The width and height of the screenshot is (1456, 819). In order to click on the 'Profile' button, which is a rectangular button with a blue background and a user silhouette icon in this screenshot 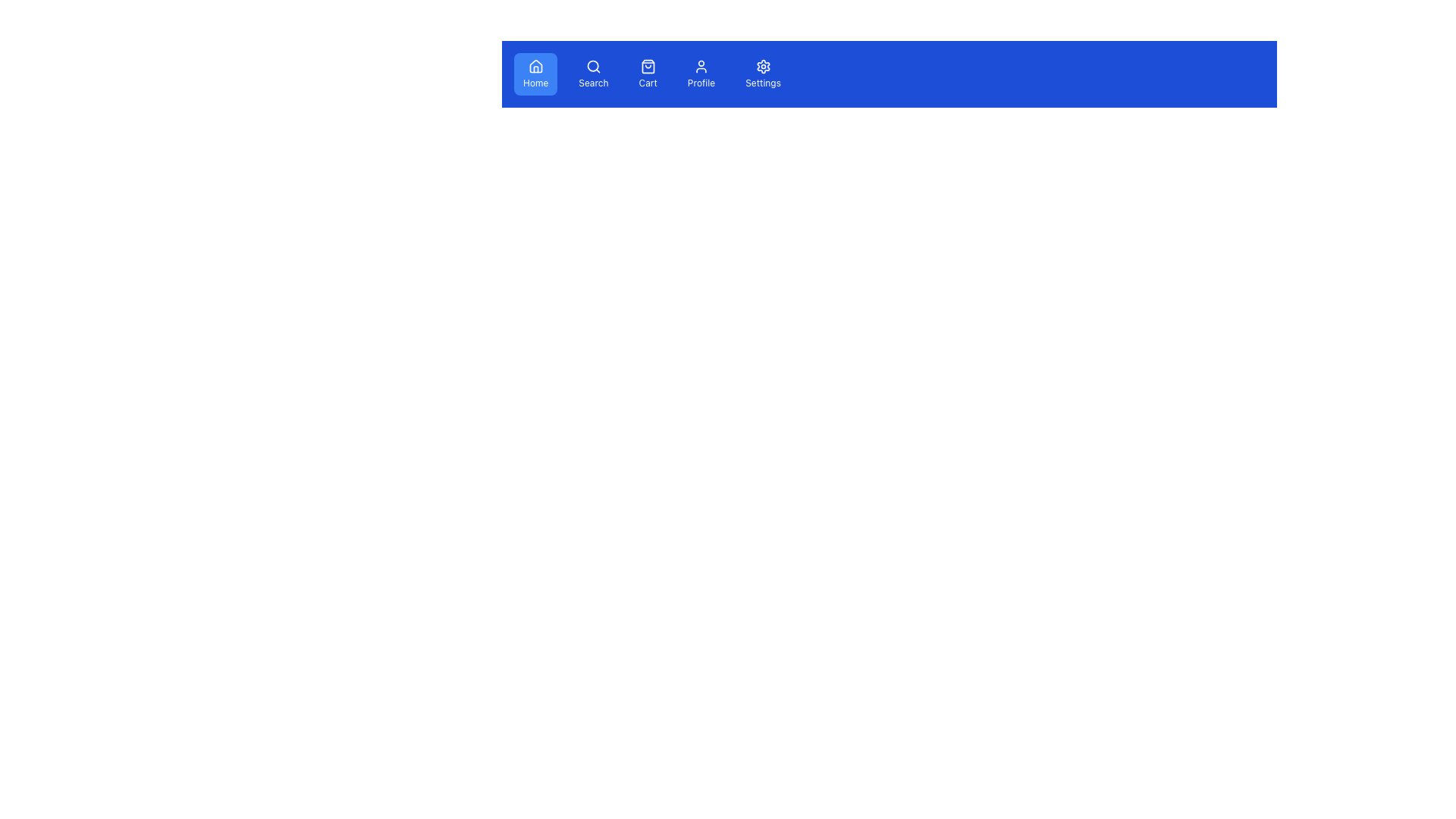, I will do `click(701, 74)`.